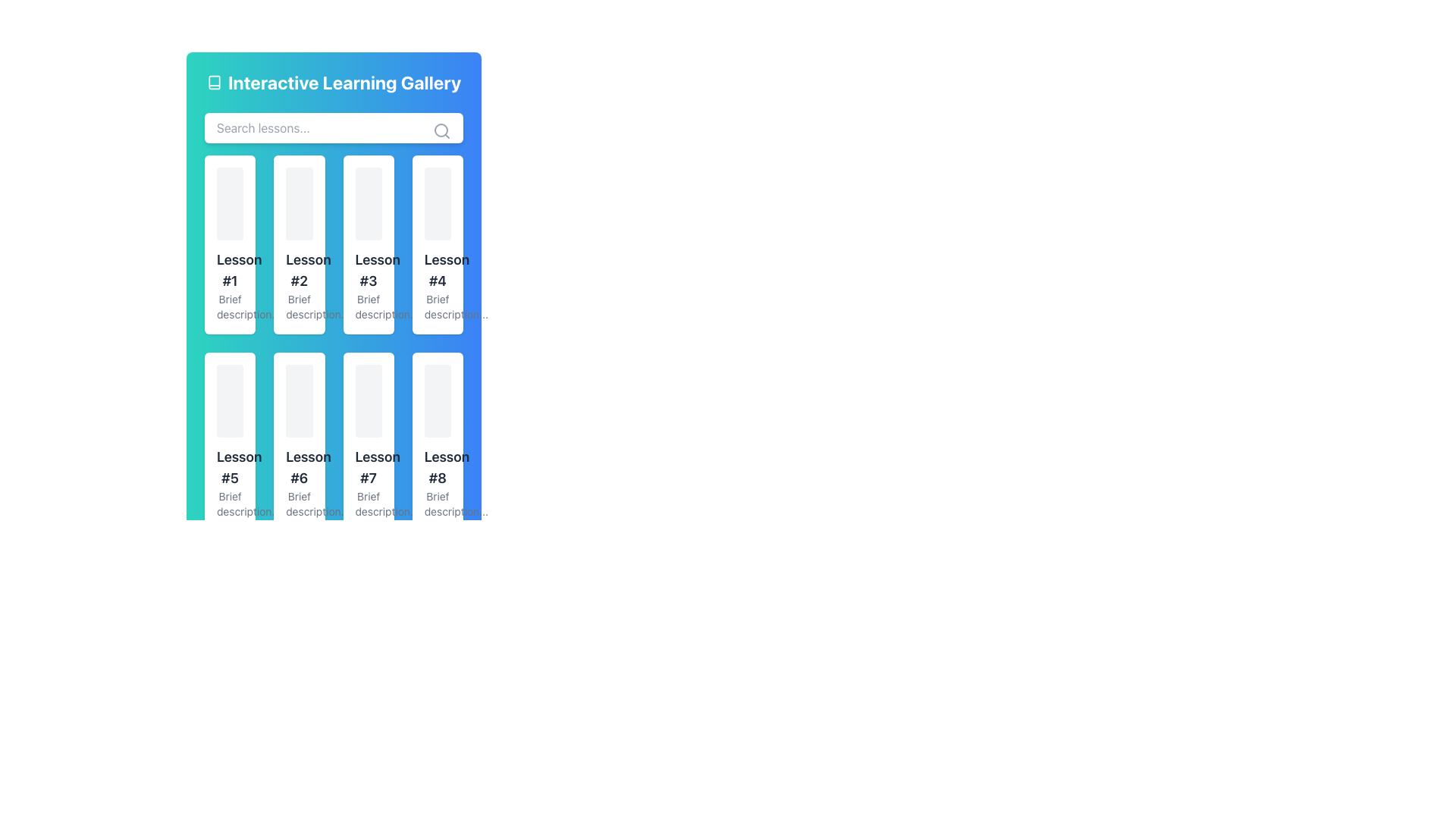 The image size is (1456, 819). I want to click on the title text element 'Lesson #2' located in the second rectangular card of the interface, specifically in the first row's second column, so click(299, 270).